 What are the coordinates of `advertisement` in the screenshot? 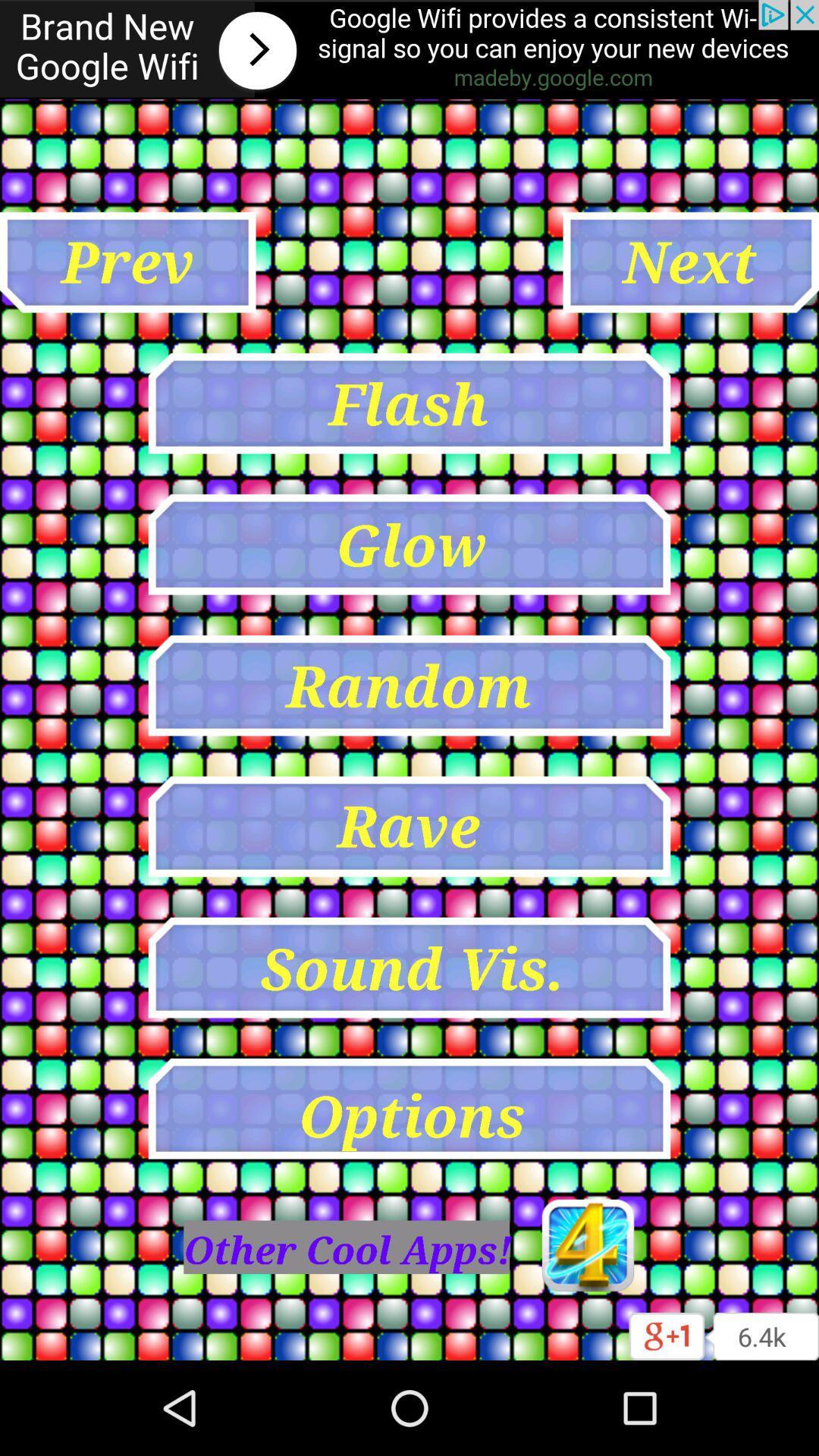 It's located at (409, 49).